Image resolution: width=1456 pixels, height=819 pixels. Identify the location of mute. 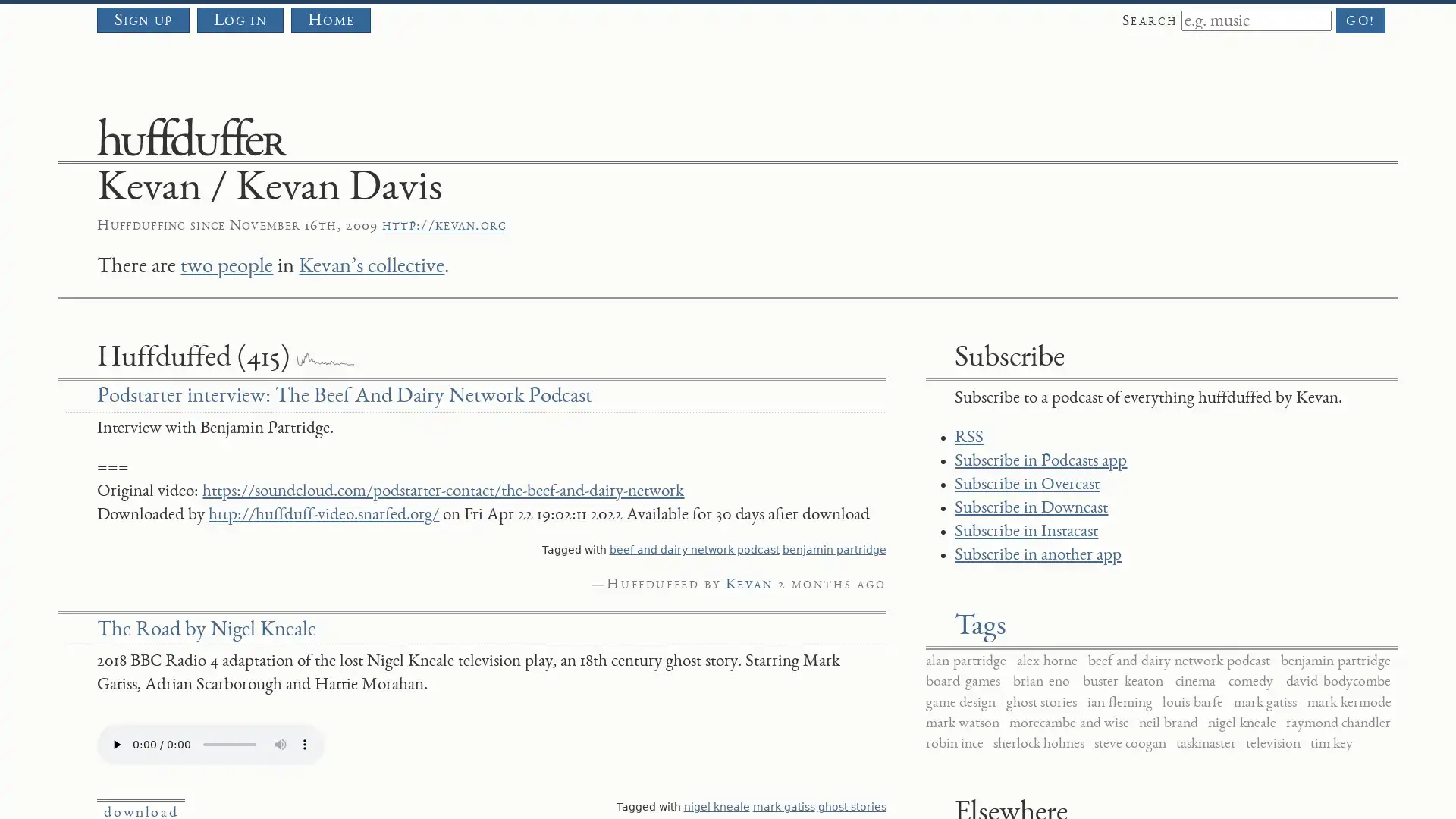
(280, 742).